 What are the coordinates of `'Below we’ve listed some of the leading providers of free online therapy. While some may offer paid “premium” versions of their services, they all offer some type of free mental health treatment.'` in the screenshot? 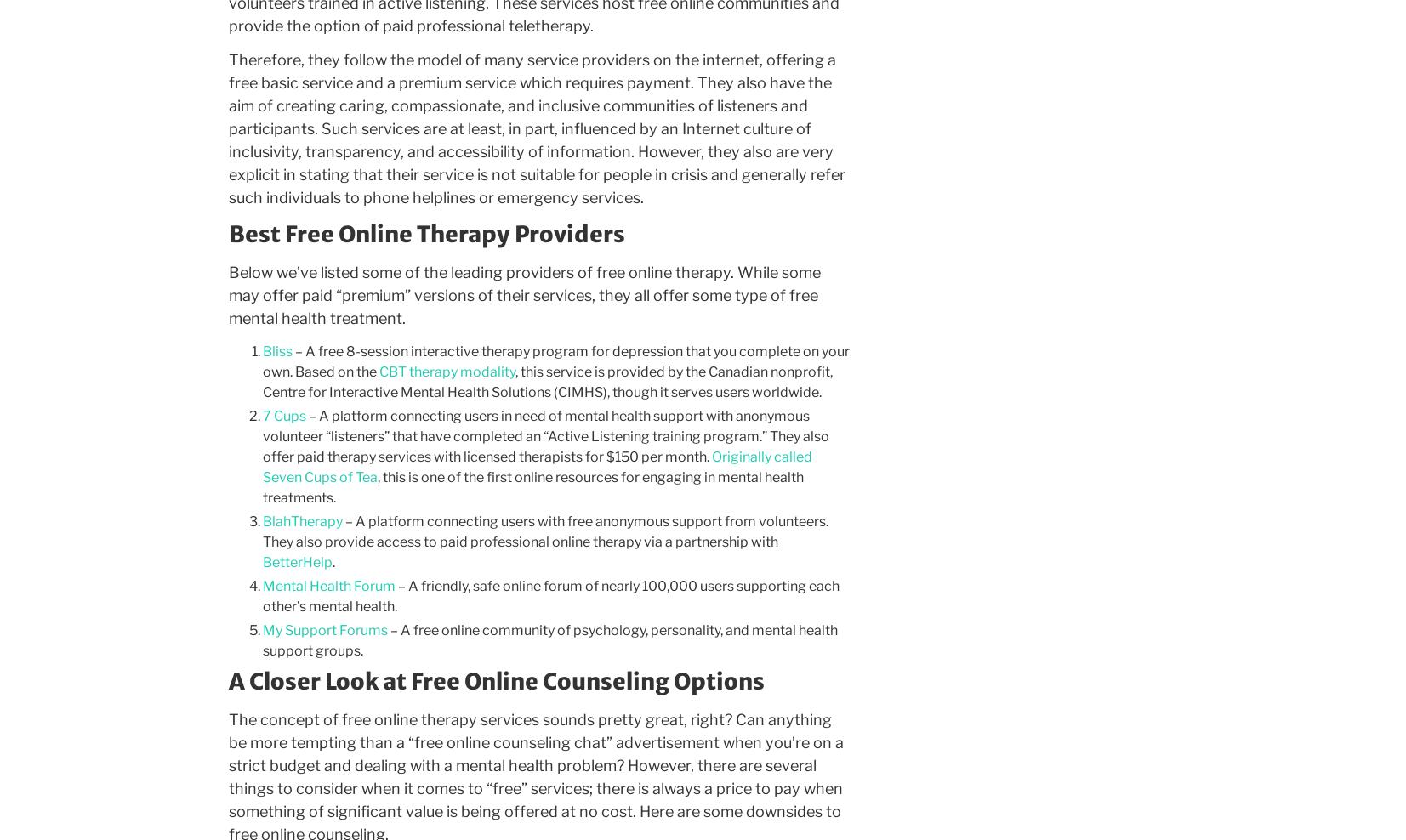 It's located at (226, 295).